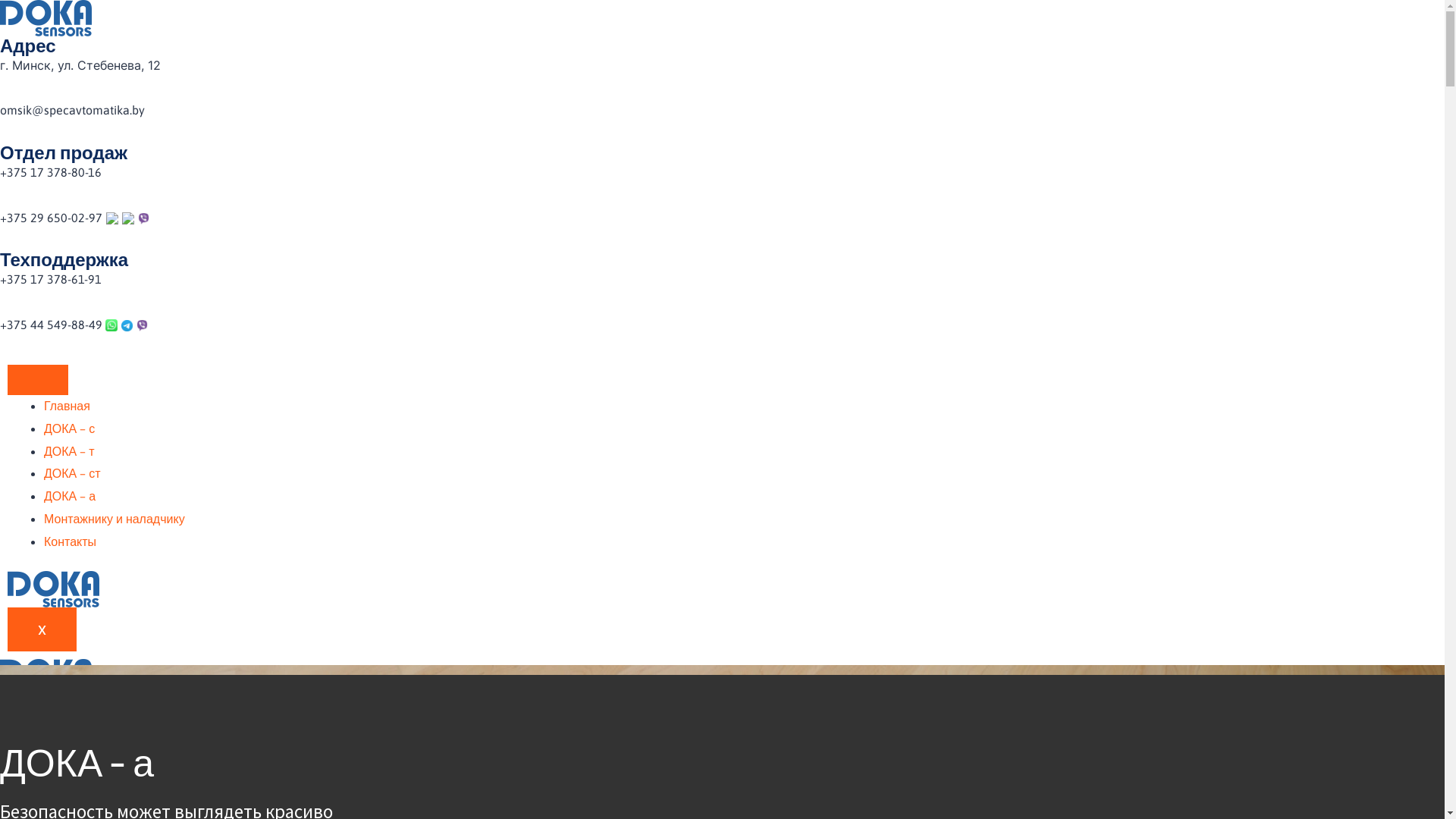  What do you see at coordinates (52, 324) in the screenshot?
I see `'+375 44 549-88-49'` at bounding box center [52, 324].